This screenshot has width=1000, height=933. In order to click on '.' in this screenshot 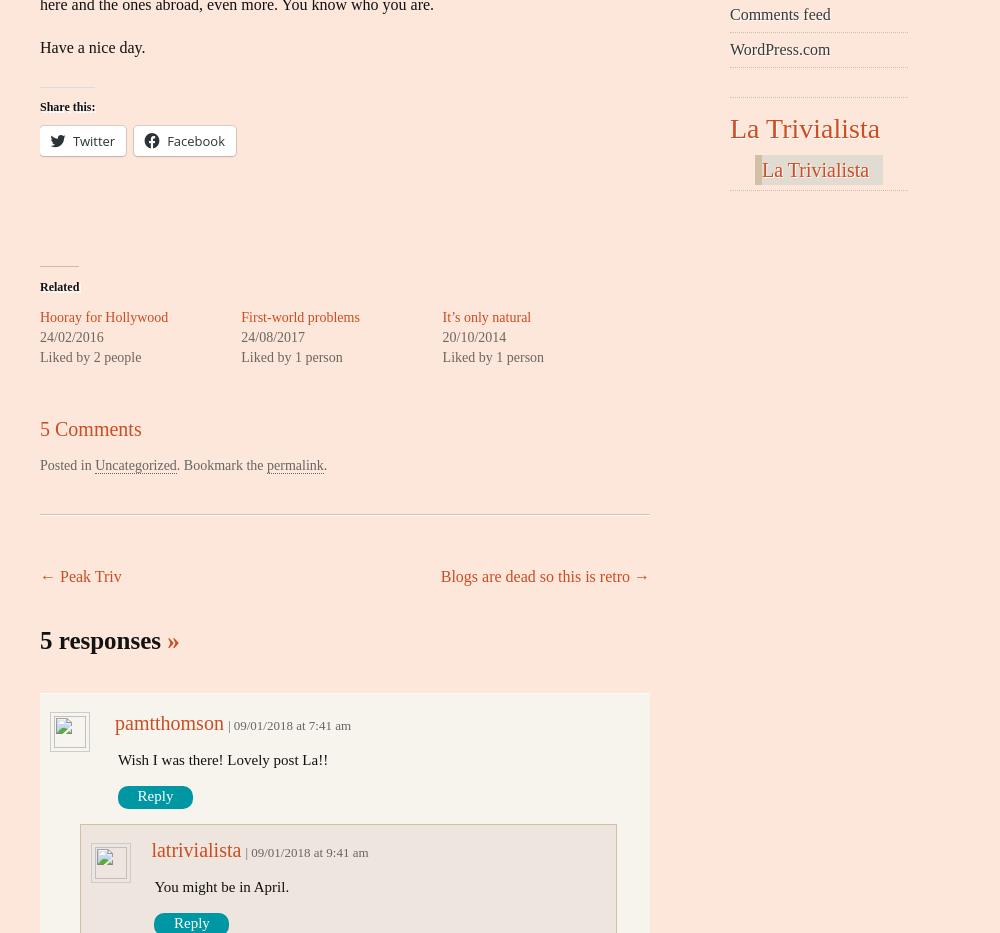, I will do `click(322, 464)`.